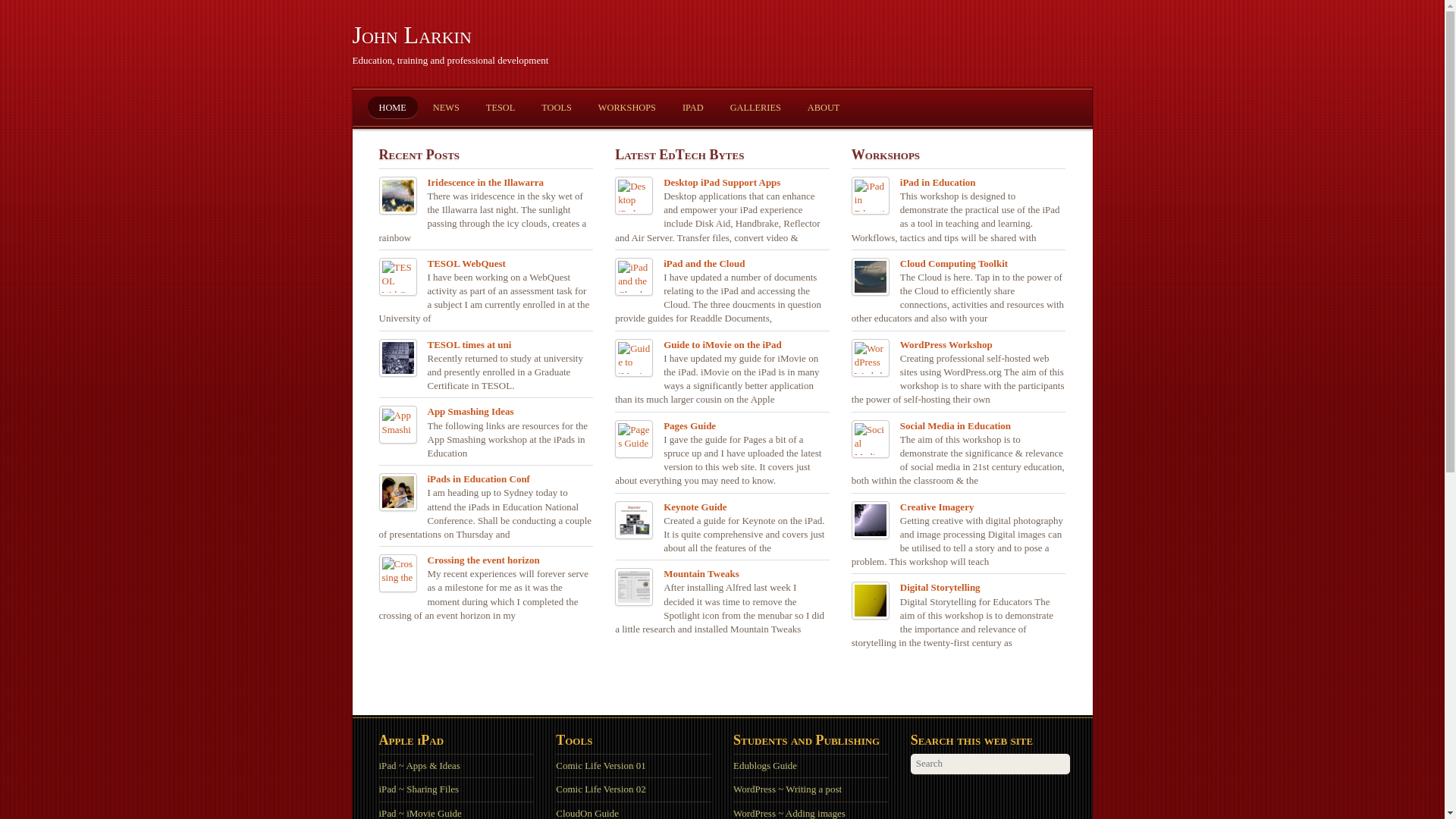  What do you see at coordinates (378, 788) in the screenshot?
I see `'iPad ~ Sharing Files'` at bounding box center [378, 788].